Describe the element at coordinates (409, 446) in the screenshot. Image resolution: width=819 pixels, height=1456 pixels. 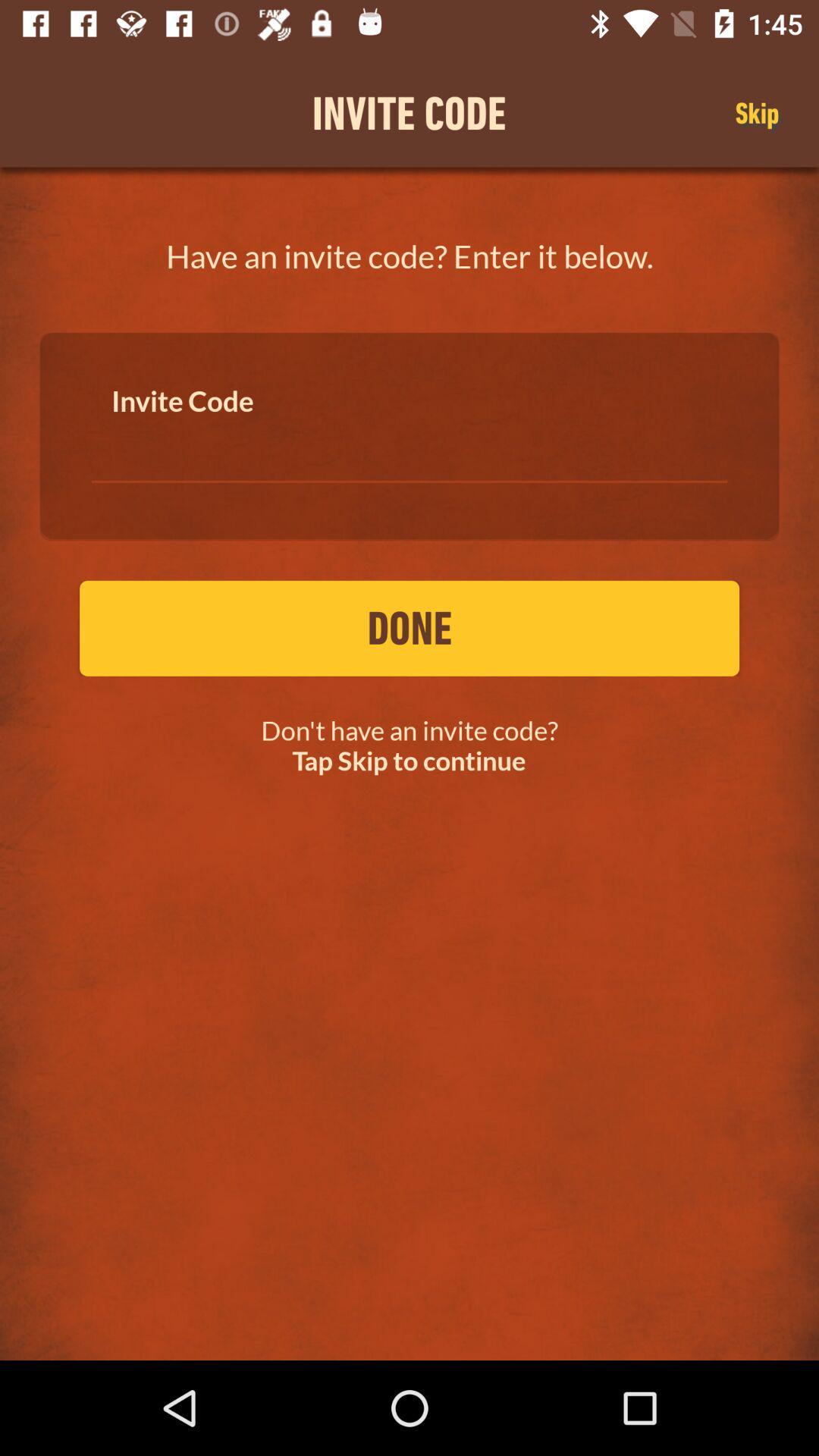
I see `the icon above the done` at that location.